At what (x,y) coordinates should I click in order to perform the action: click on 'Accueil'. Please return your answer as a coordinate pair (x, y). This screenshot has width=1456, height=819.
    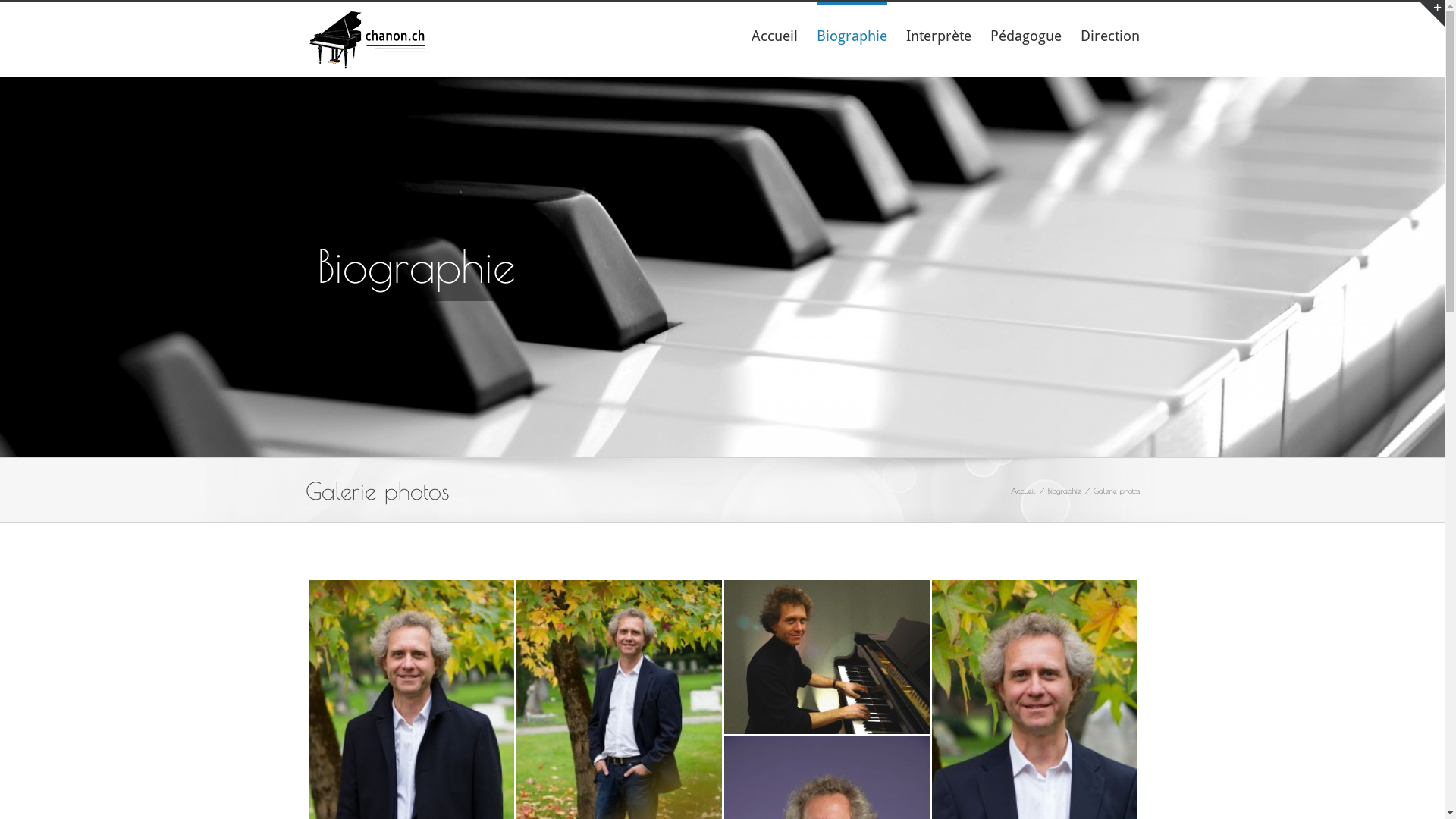
    Looking at the image, I should click on (1022, 489).